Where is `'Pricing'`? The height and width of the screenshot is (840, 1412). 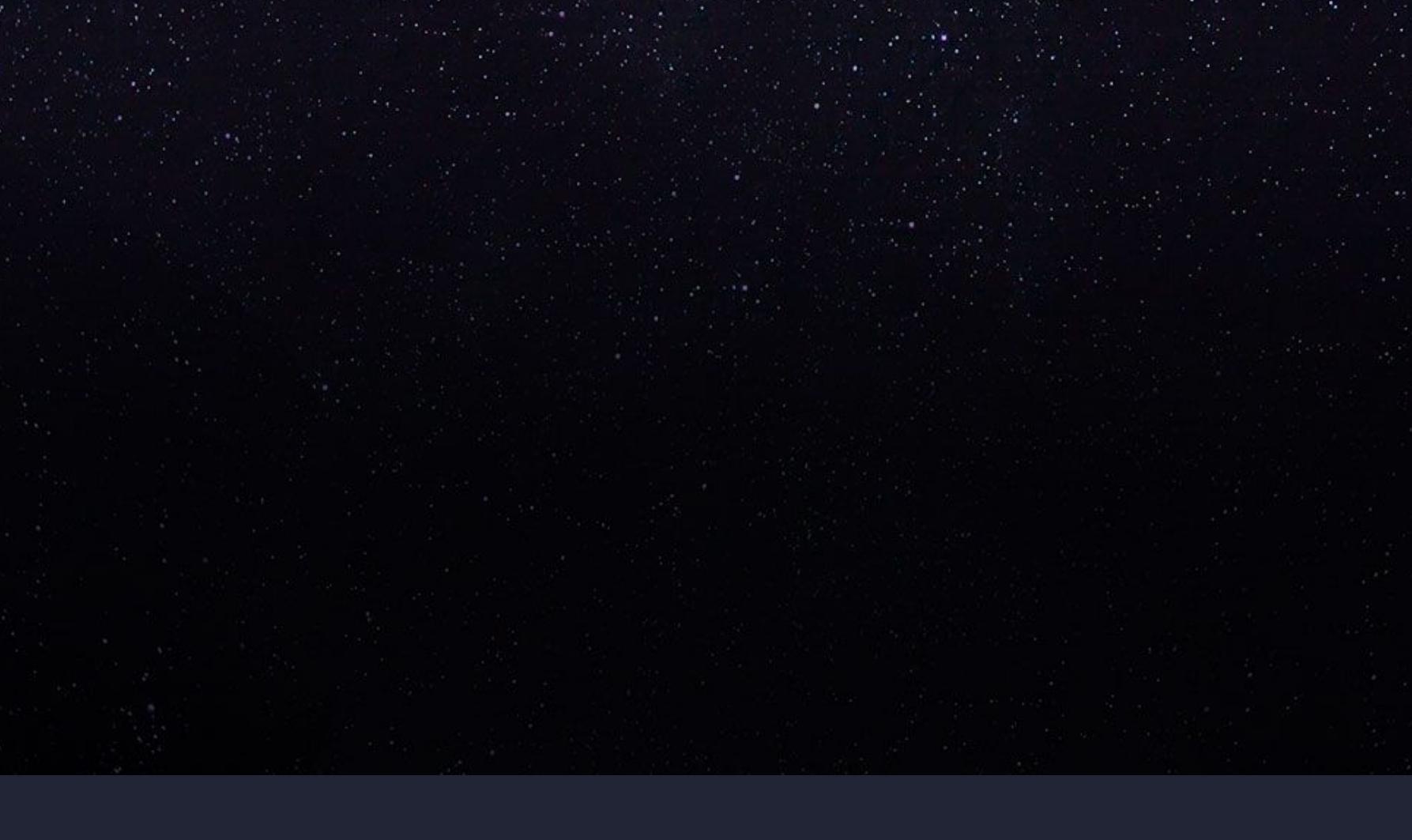 'Pricing' is located at coordinates (254, 446).